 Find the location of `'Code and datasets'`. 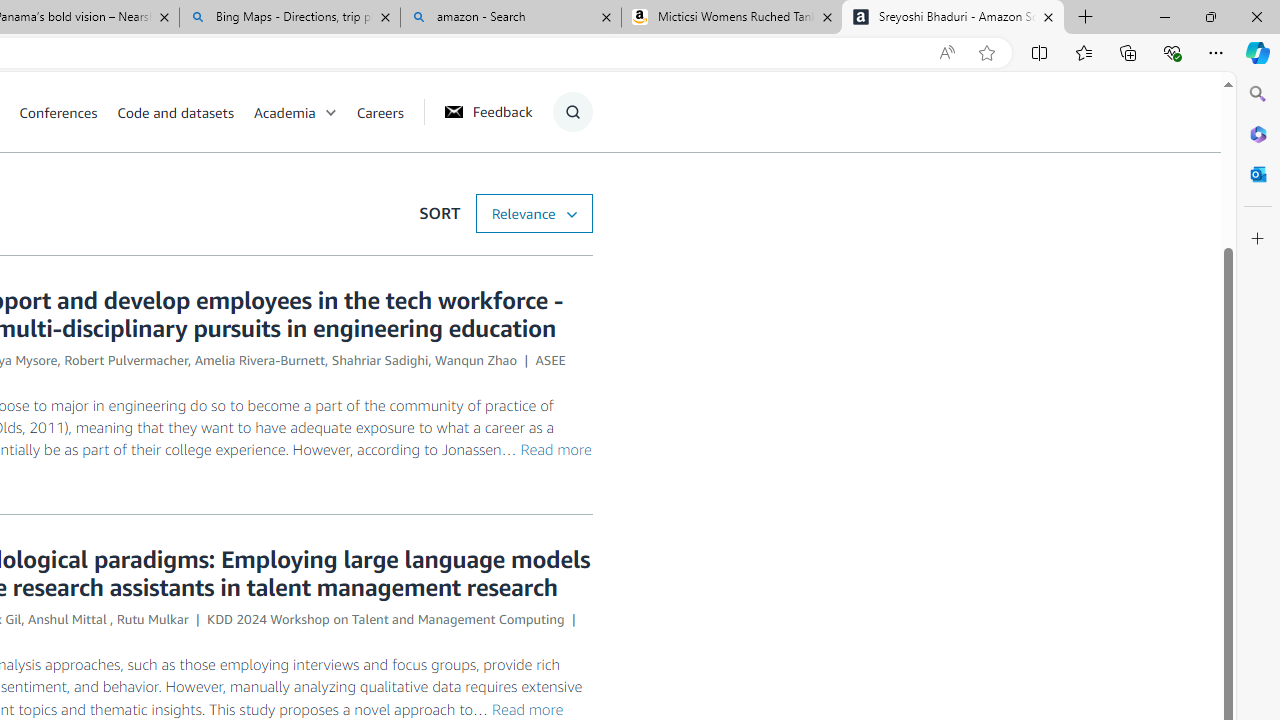

'Code and datasets' is located at coordinates (175, 111).